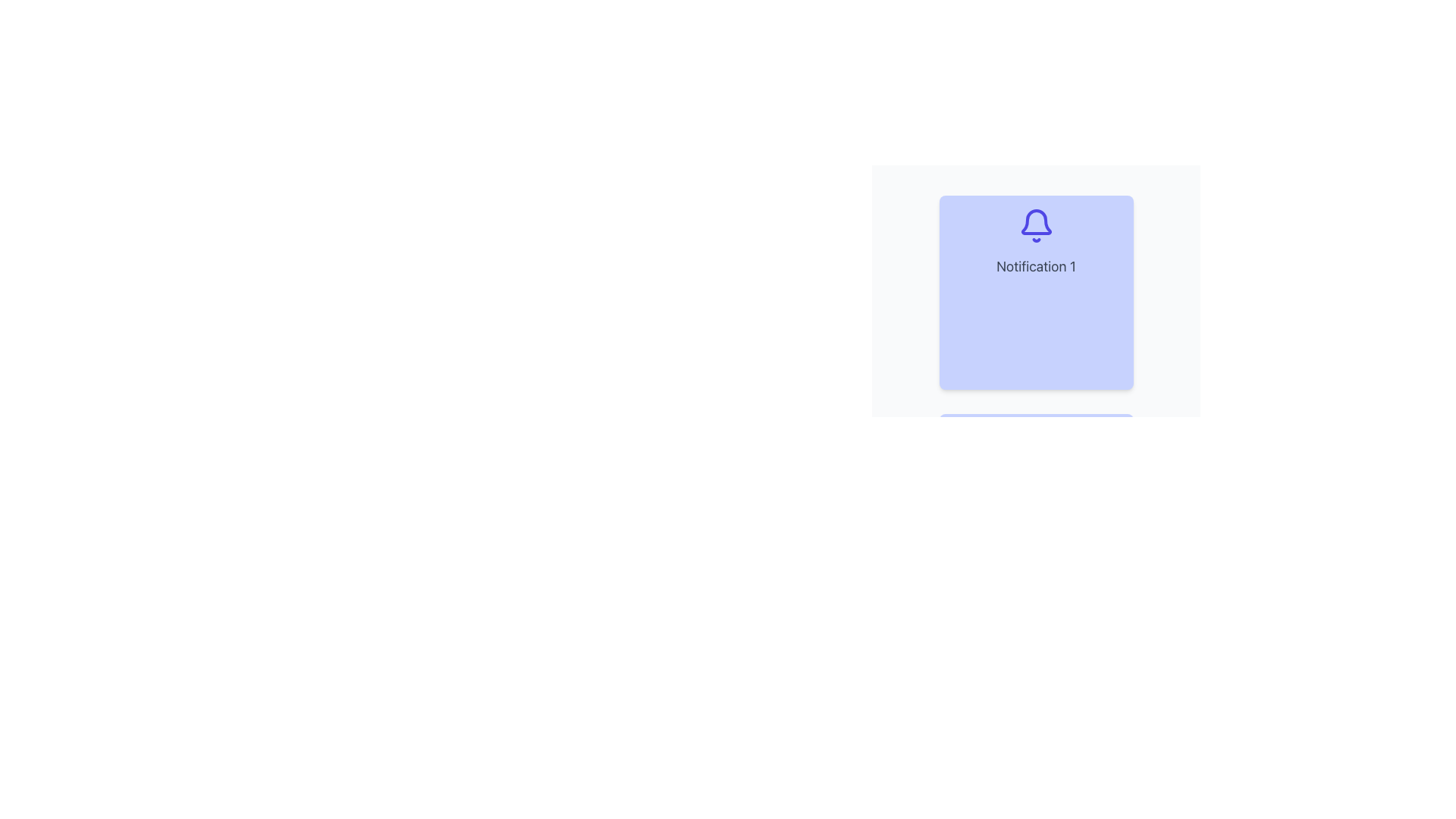  What do you see at coordinates (1035, 225) in the screenshot?
I see `the notification bell icon, which is an indigo-colored outline of a bell located at the top center of the notification card marked 'Notification 1'` at bounding box center [1035, 225].